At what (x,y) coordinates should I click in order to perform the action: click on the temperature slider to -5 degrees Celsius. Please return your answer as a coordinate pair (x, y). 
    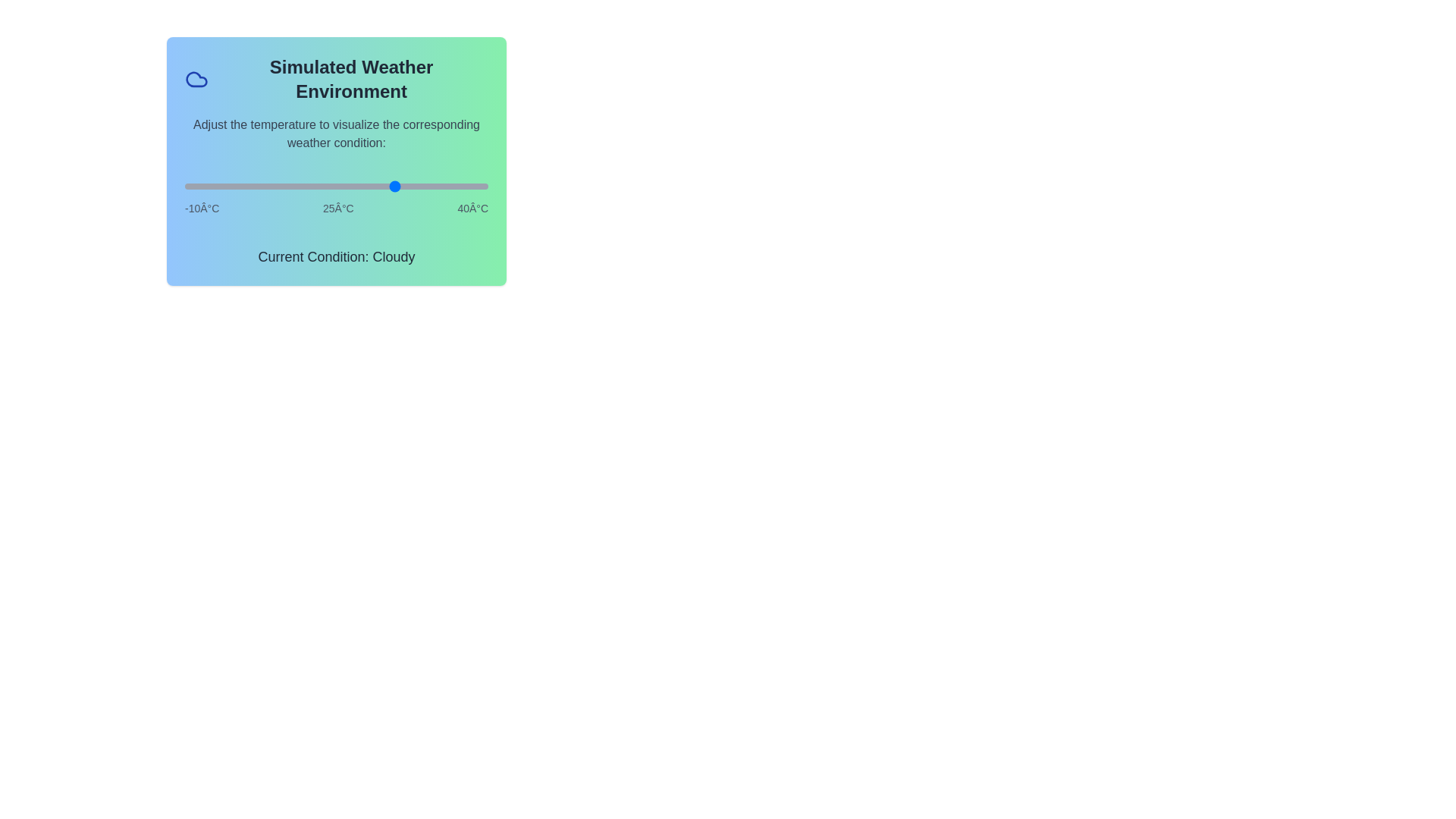
    Looking at the image, I should click on (214, 186).